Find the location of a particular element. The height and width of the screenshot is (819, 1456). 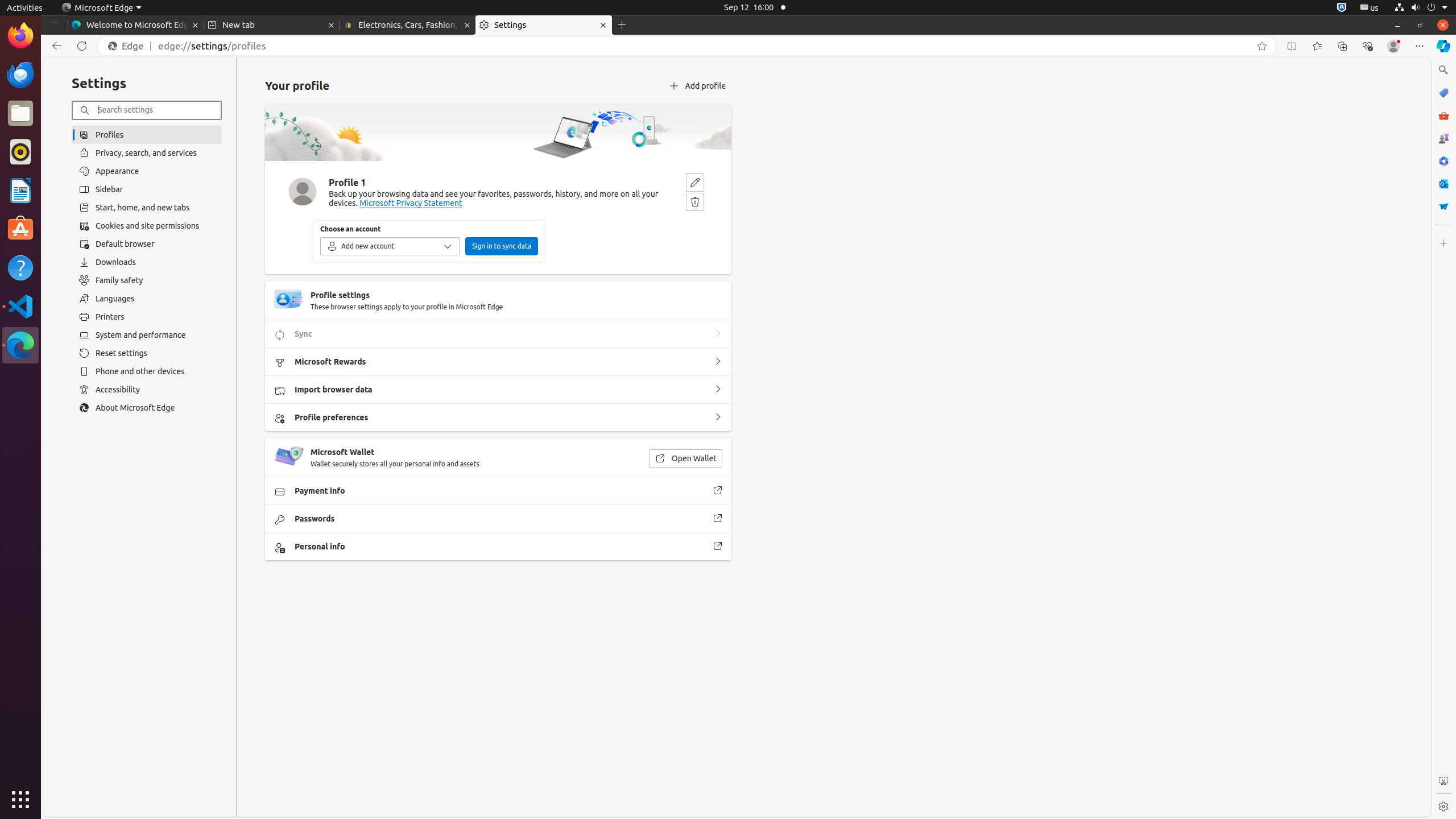

'Edit' is located at coordinates (695, 181).